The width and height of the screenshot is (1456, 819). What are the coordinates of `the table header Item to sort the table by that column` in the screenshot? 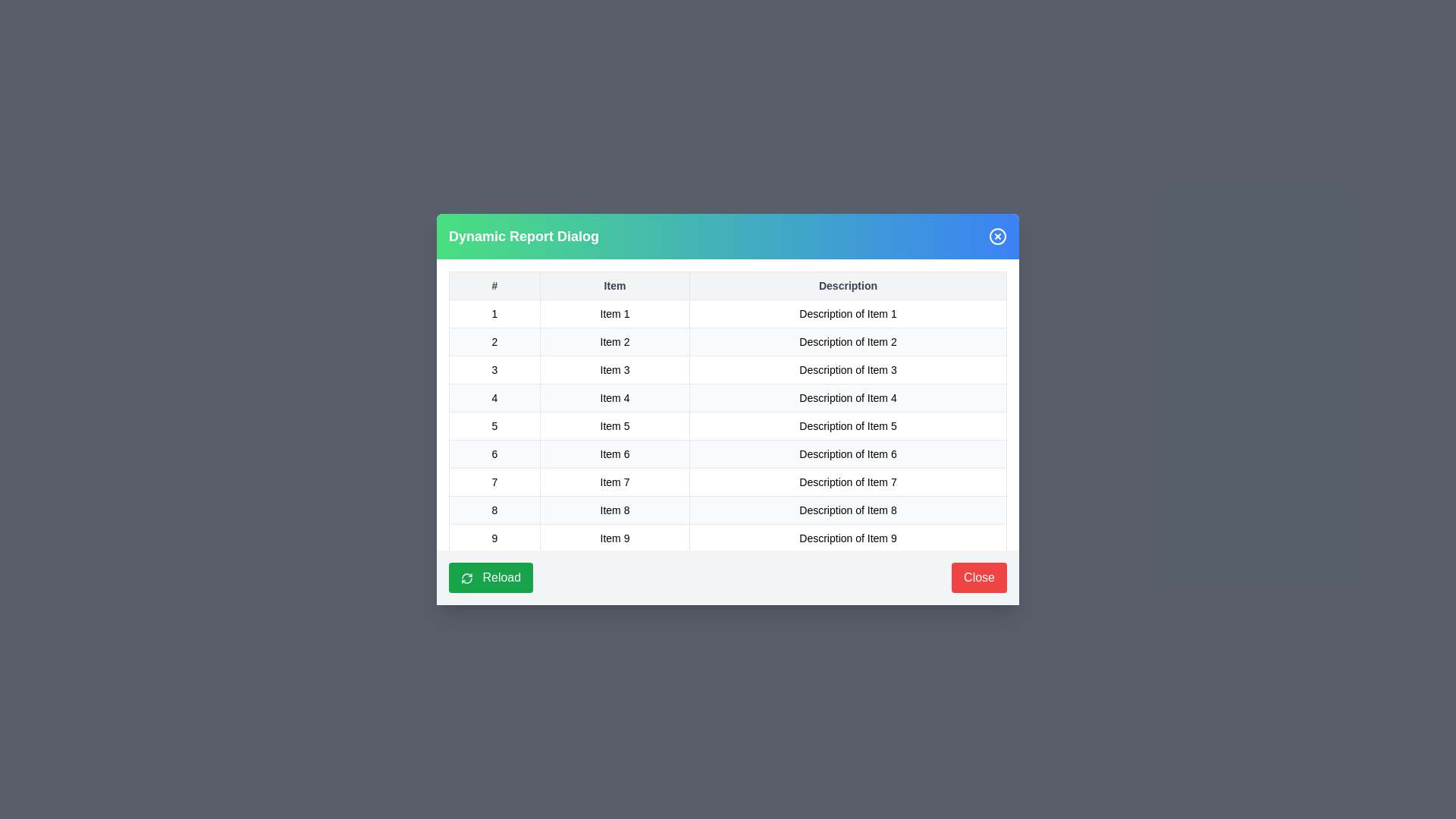 It's located at (615, 286).